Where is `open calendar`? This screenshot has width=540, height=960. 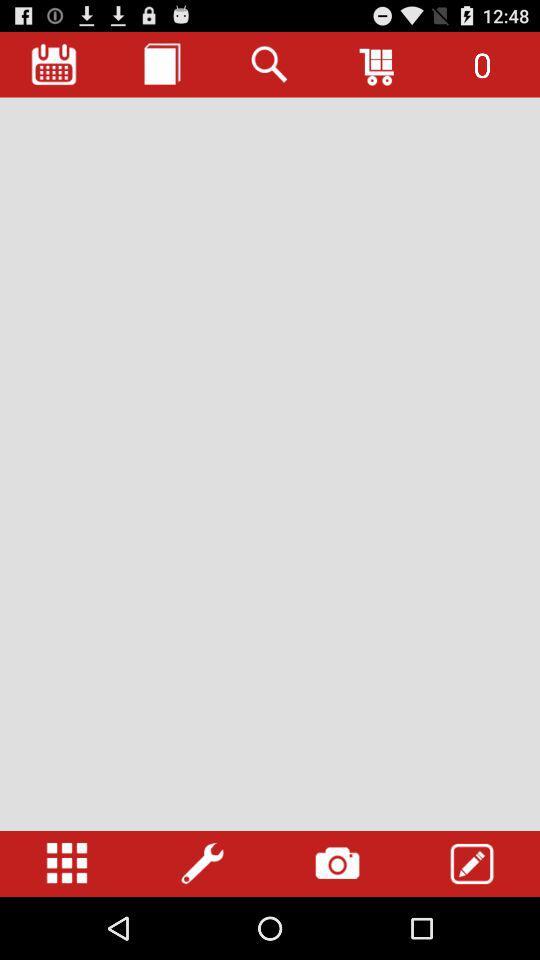 open calendar is located at coordinates (54, 64).